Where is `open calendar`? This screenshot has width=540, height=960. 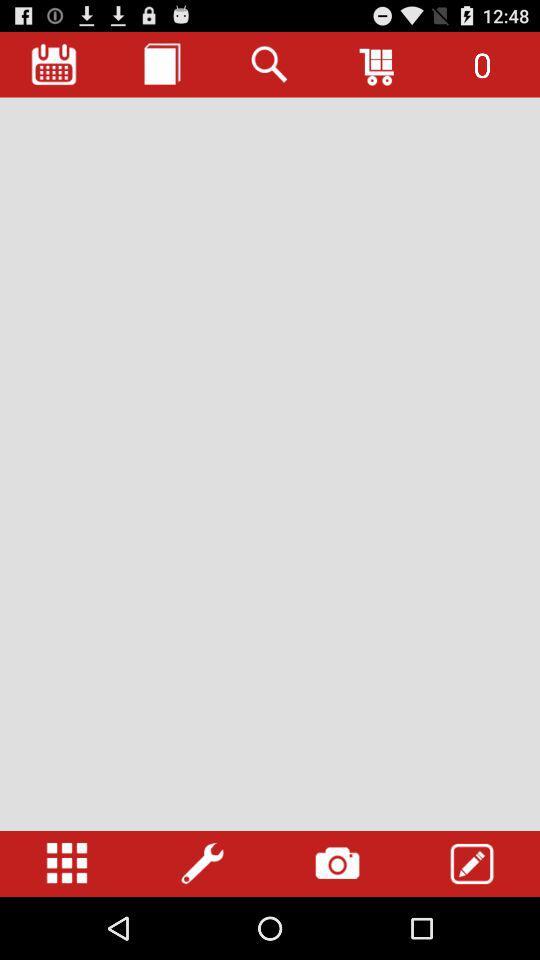 open calendar is located at coordinates (54, 64).